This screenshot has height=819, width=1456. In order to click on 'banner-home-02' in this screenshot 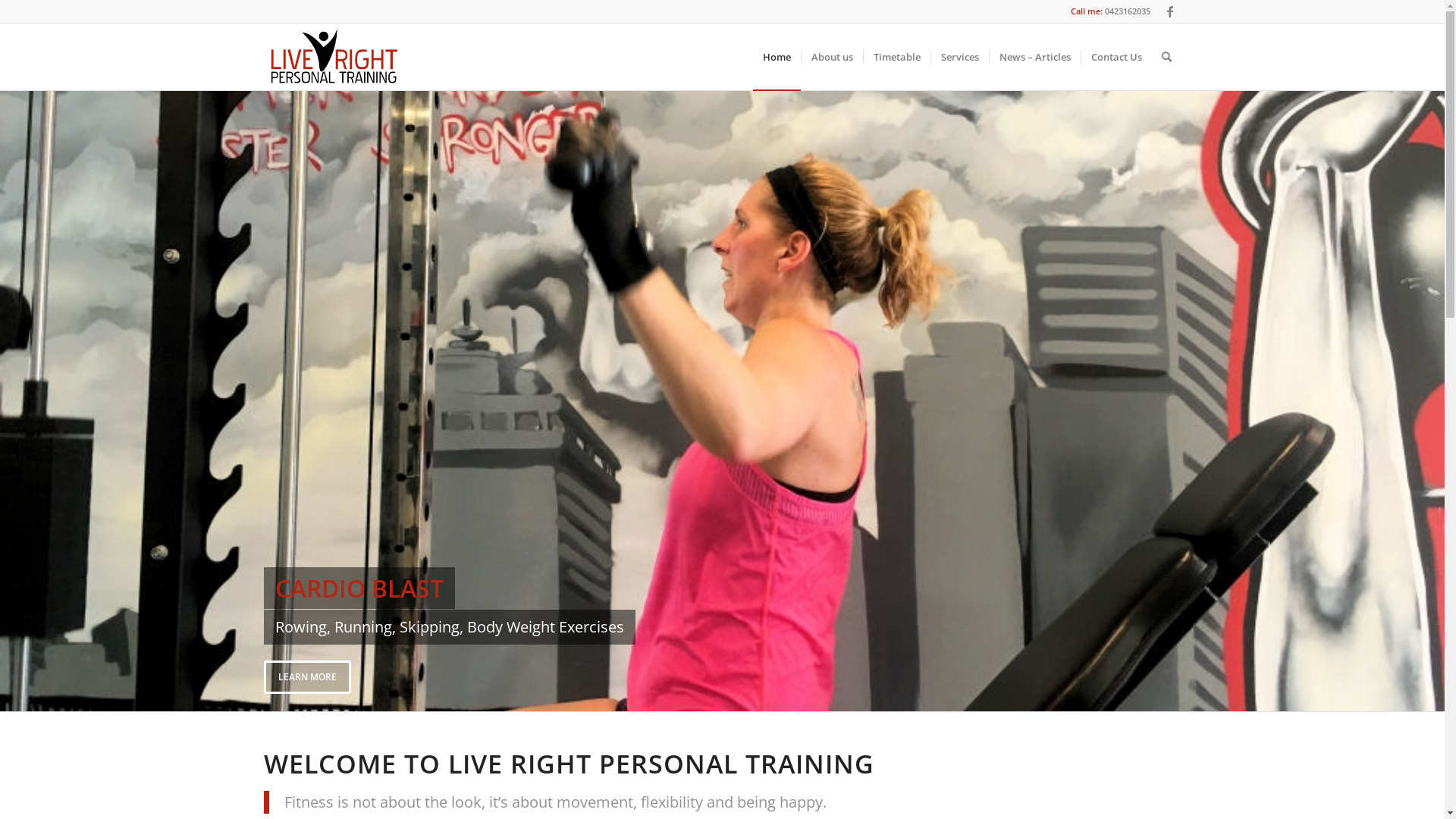, I will do `click(721, 400)`.